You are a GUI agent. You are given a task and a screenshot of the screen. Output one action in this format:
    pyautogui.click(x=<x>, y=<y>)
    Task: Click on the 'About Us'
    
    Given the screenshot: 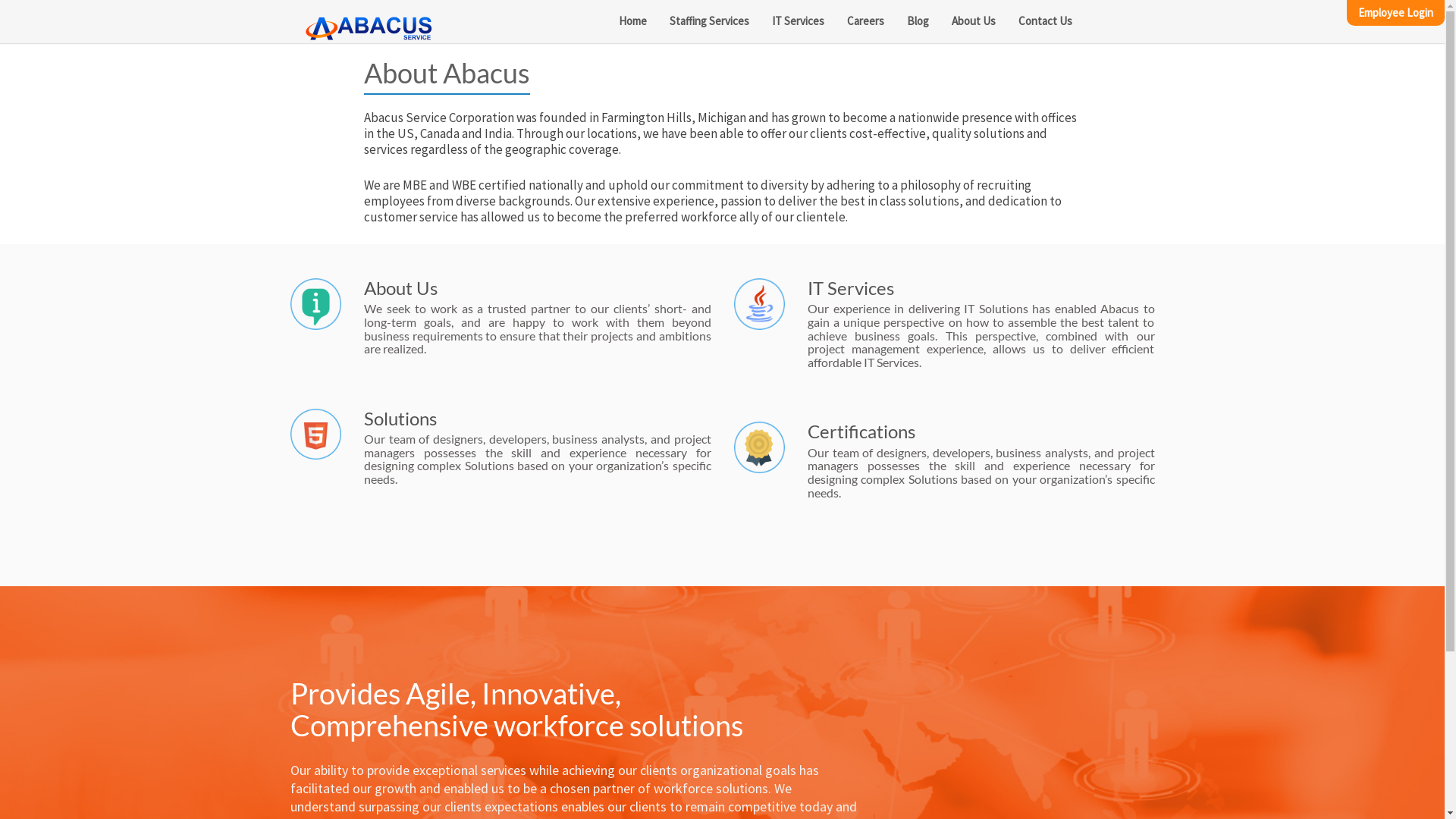 What is the action you would take?
    pyautogui.click(x=973, y=20)
    